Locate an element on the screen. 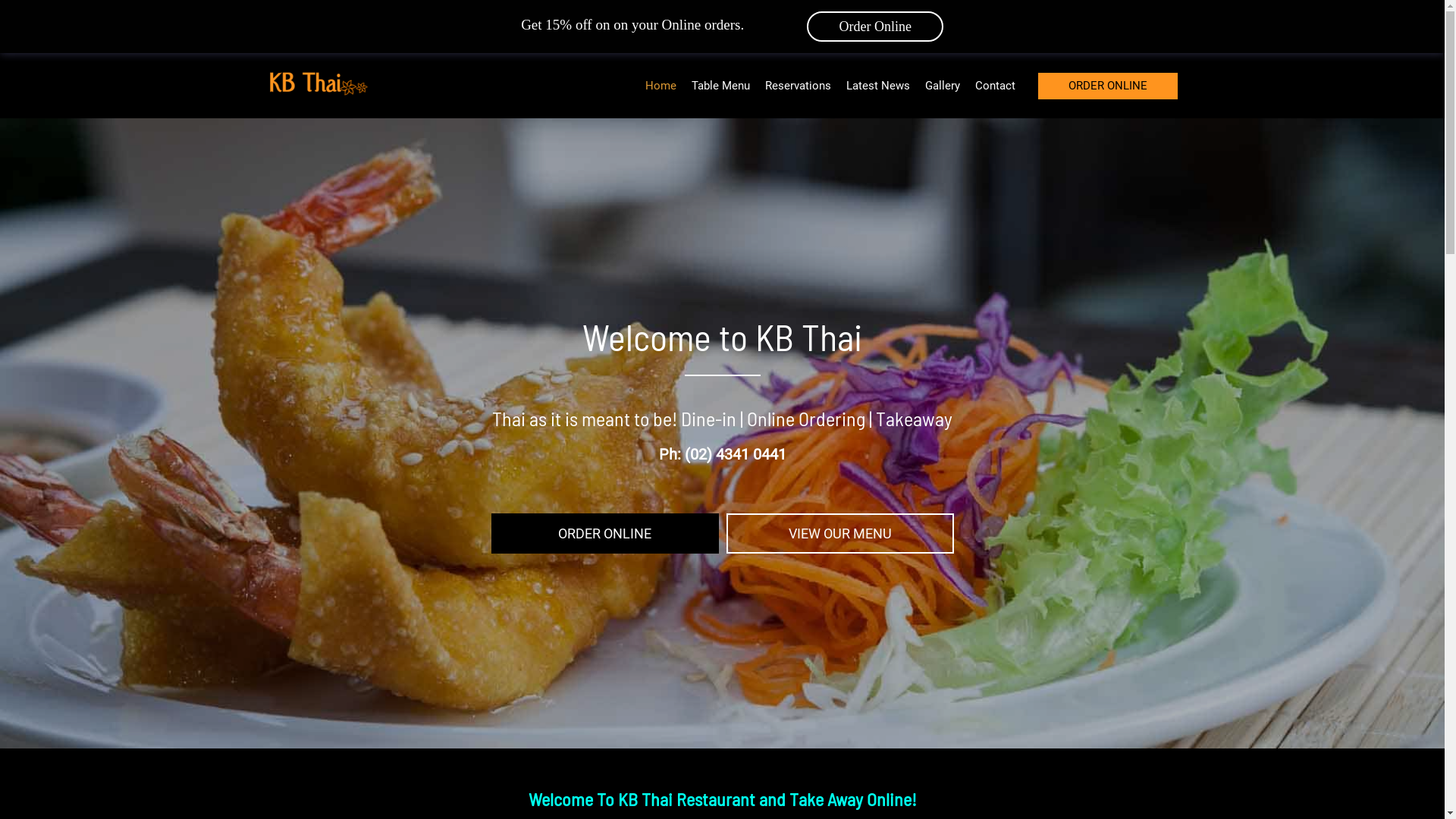  'Table Menu' is located at coordinates (720, 85).